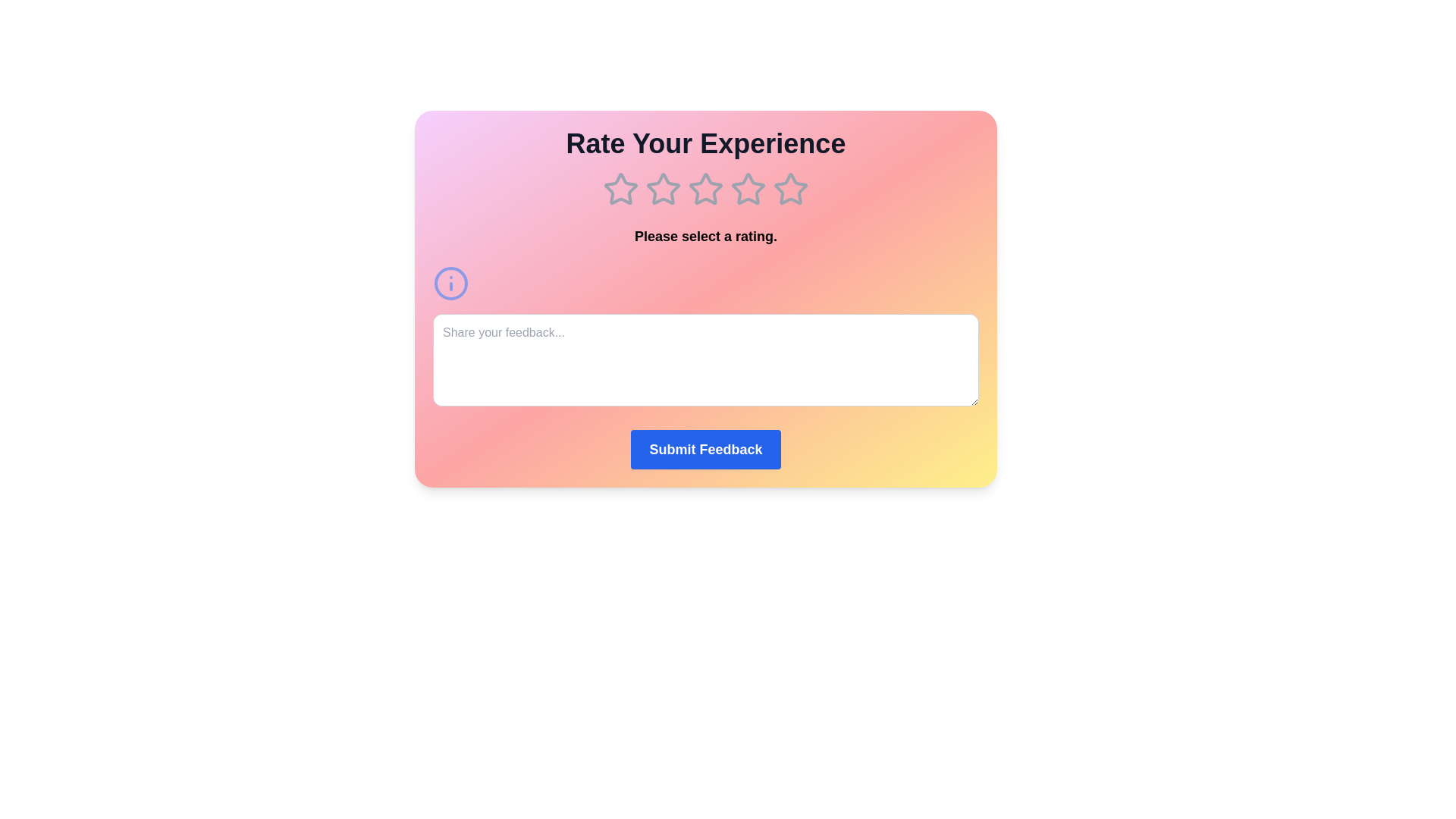  I want to click on the star corresponding to 3 to preview the rating, so click(705, 189).